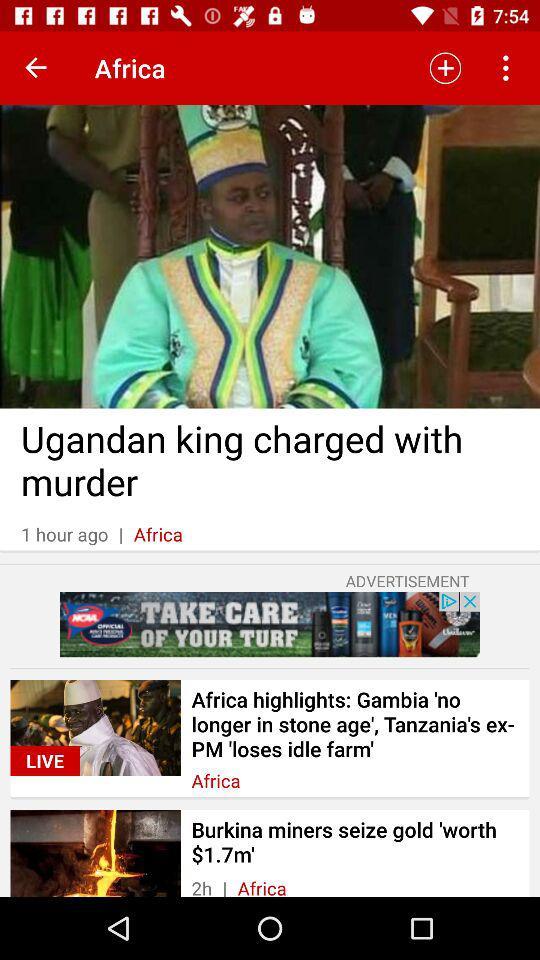 The height and width of the screenshot is (960, 540). Describe the element at coordinates (445, 68) in the screenshot. I see `at the icon right side of africa` at that location.